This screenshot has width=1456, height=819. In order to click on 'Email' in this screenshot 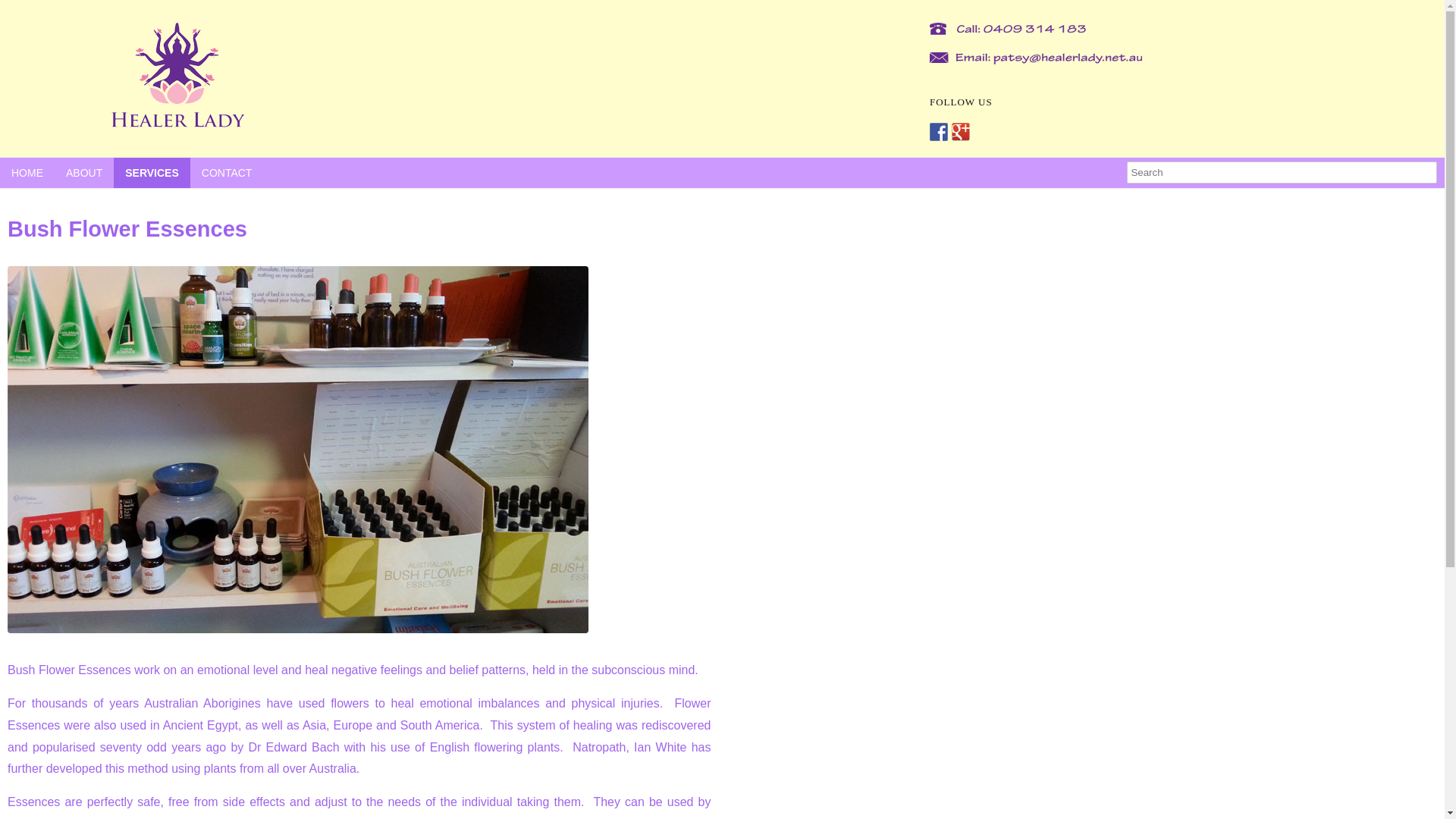, I will do `click(1031, 58)`.